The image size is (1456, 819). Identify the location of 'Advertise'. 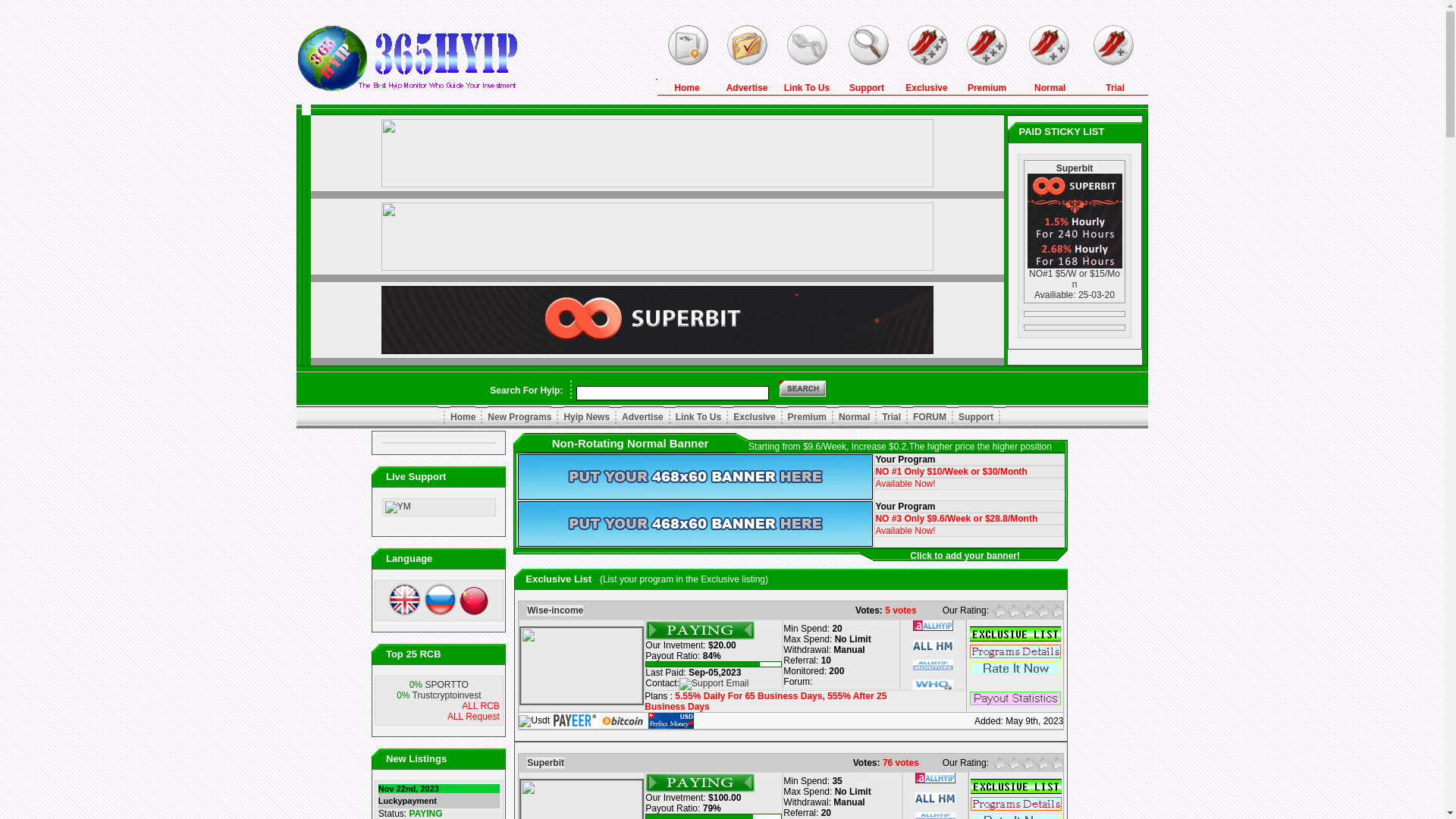
(747, 87).